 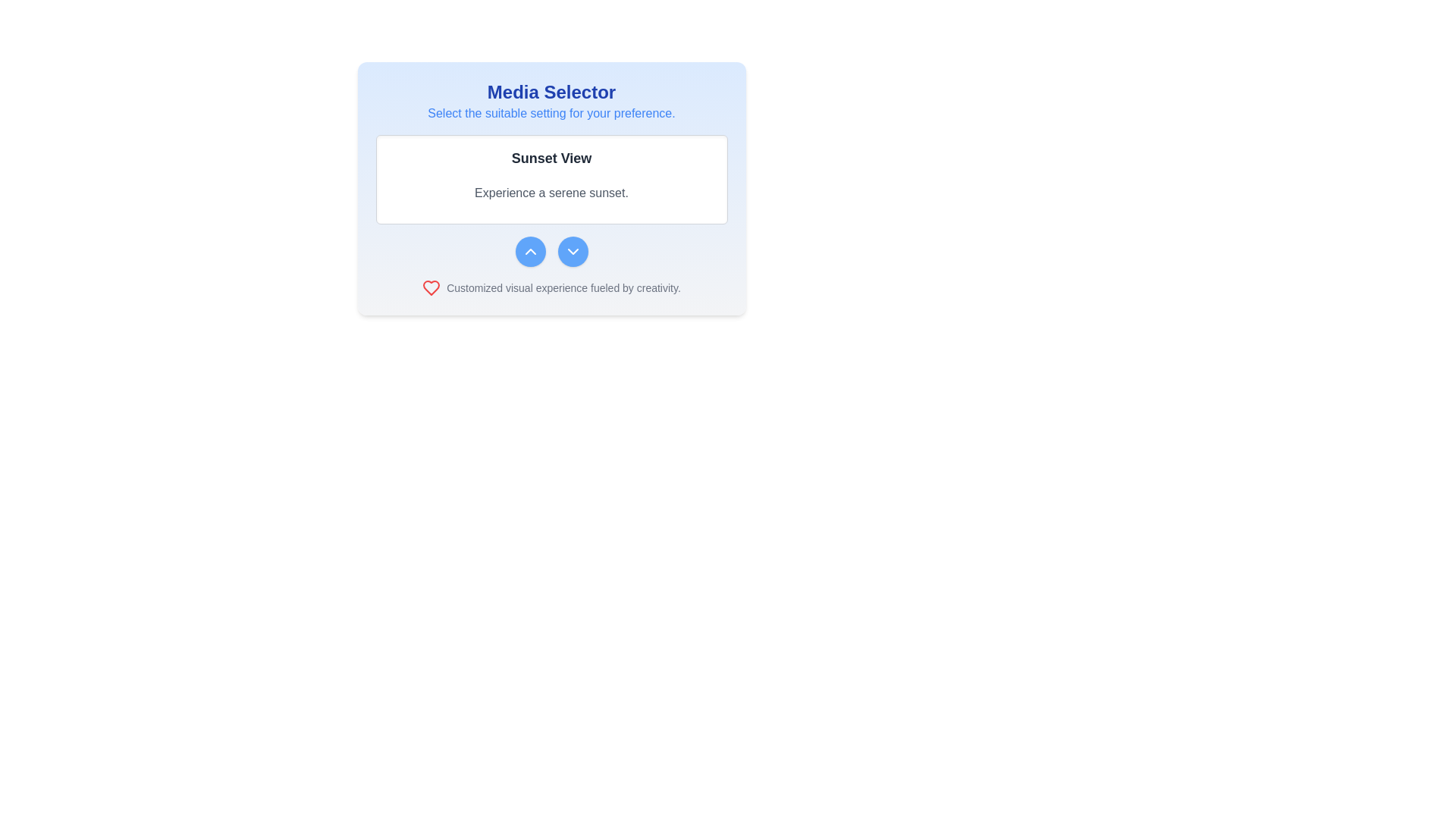 What do you see at coordinates (530, 250) in the screenshot?
I see `the circular blue button with an upward-pointing chevron icon, located under the text 'Experience a serene sunset', to increment or navigate upwards` at bounding box center [530, 250].